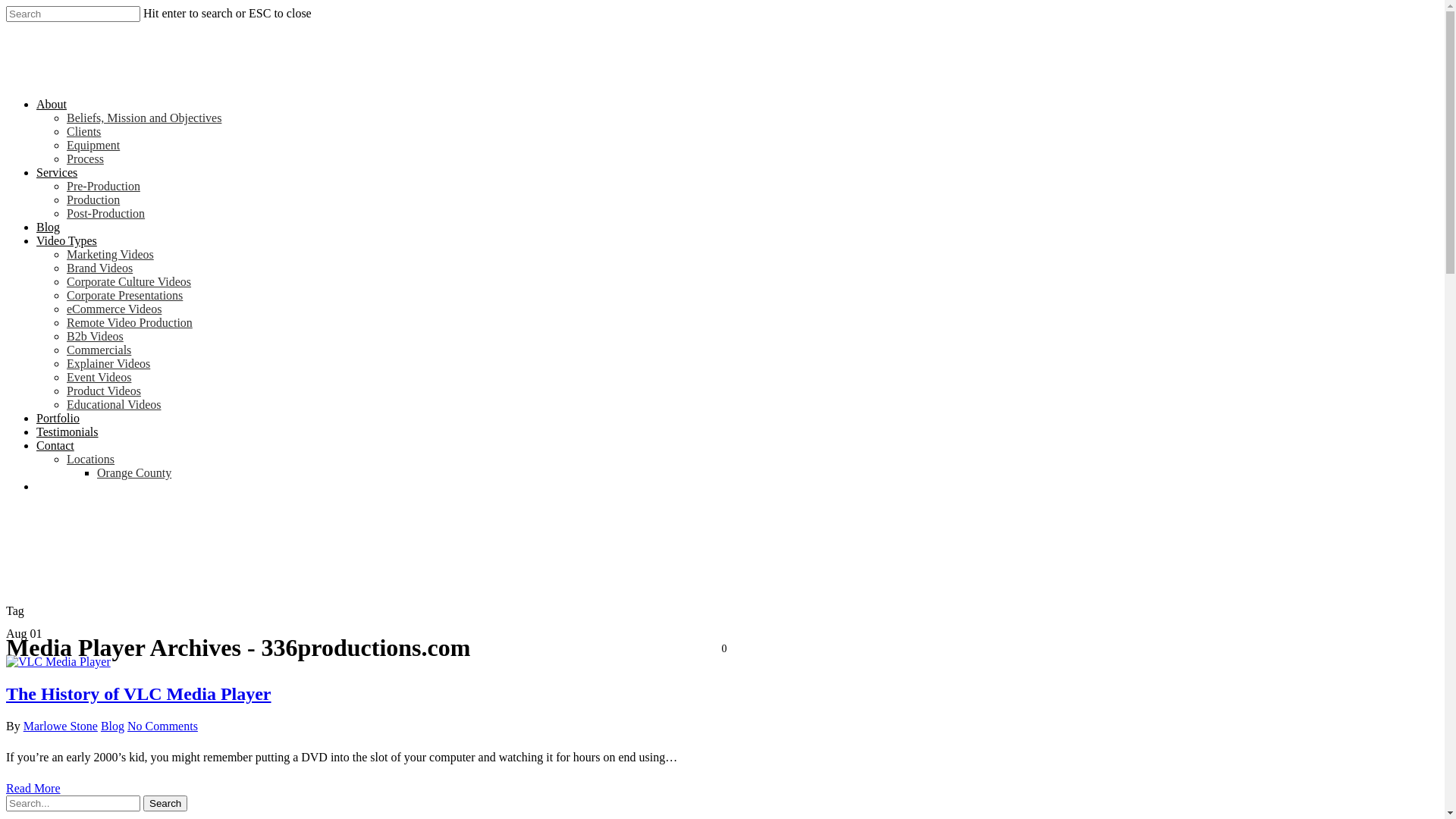  I want to click on 'Beliefs, Mission and Objectives', so click(144, 117).